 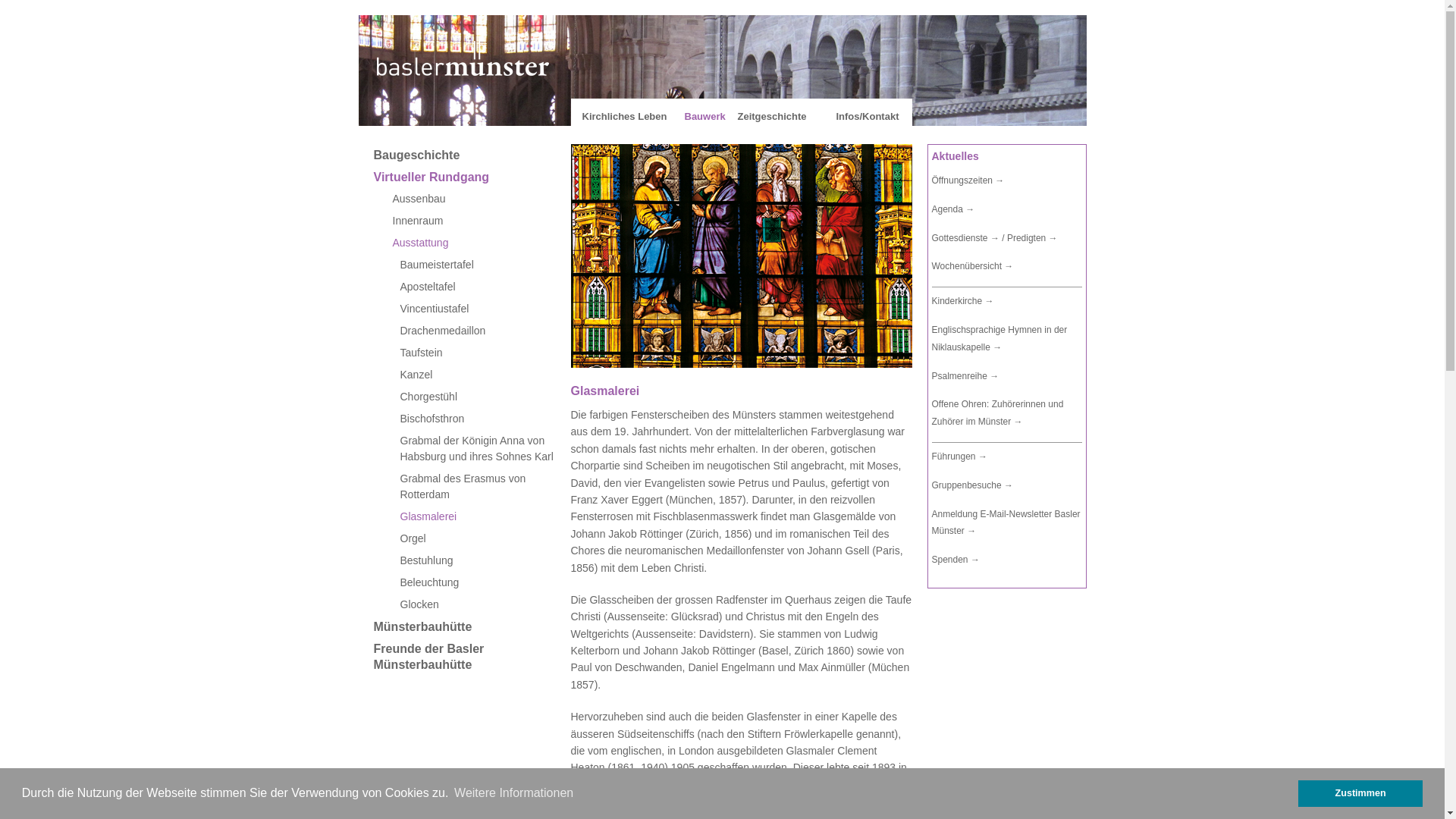 I want to click on 'Drachenmedaillon', so click(x=475, y=330).